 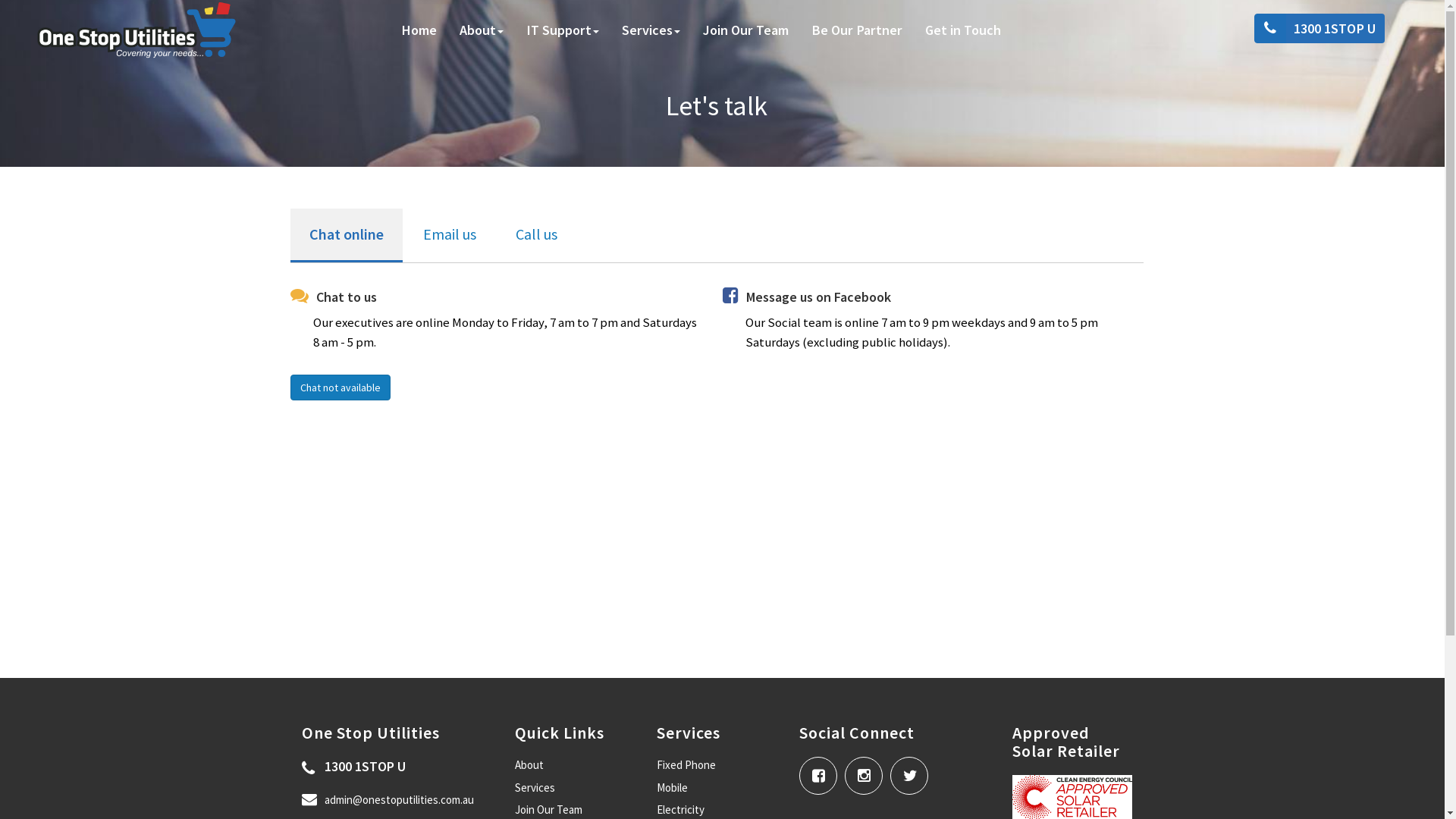 I want to click on 'Electricity', so click(x=656, y=808).